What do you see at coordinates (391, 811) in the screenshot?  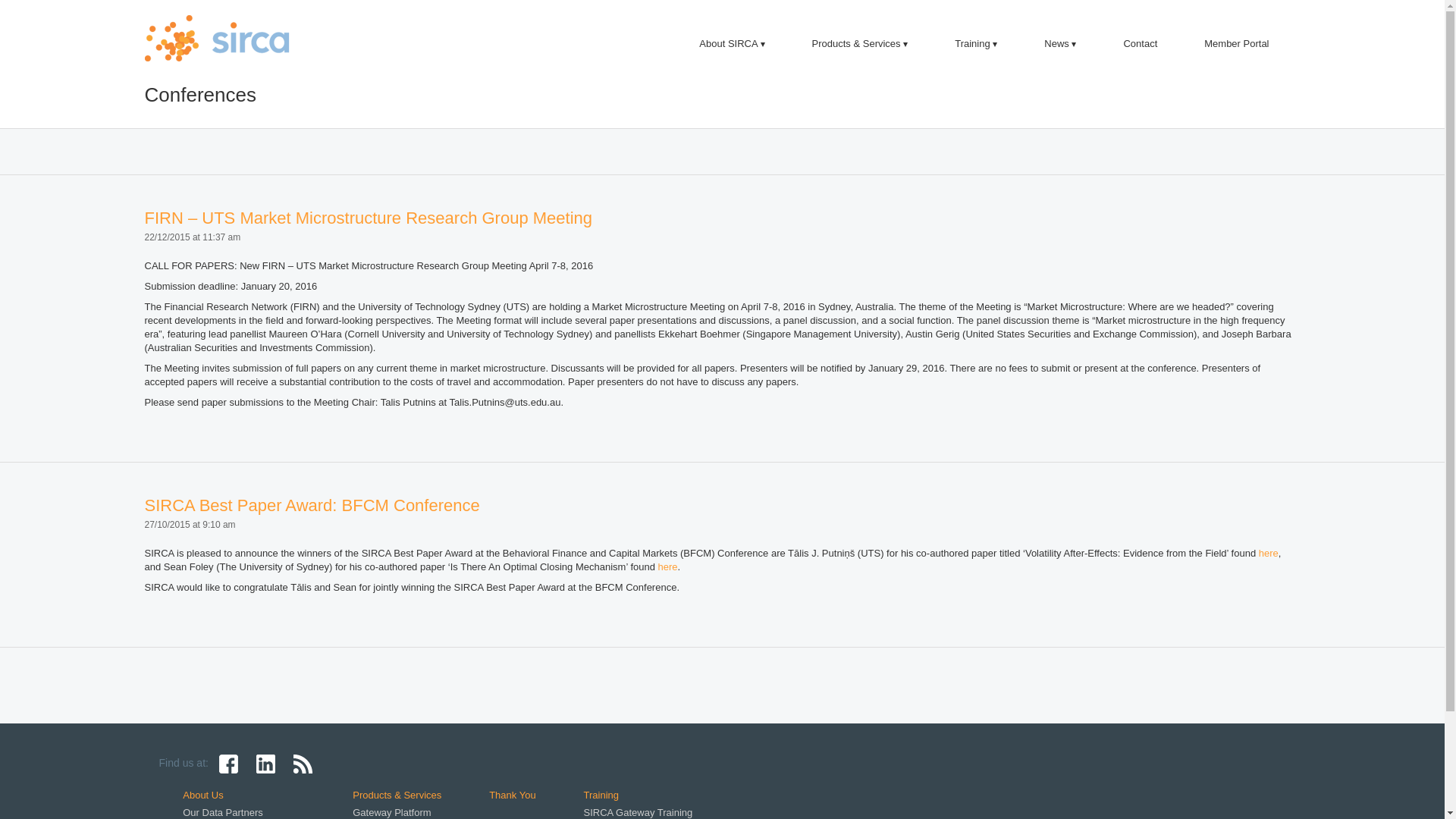 I see `'Gateway Platform'` at bounding box center [391, 811].